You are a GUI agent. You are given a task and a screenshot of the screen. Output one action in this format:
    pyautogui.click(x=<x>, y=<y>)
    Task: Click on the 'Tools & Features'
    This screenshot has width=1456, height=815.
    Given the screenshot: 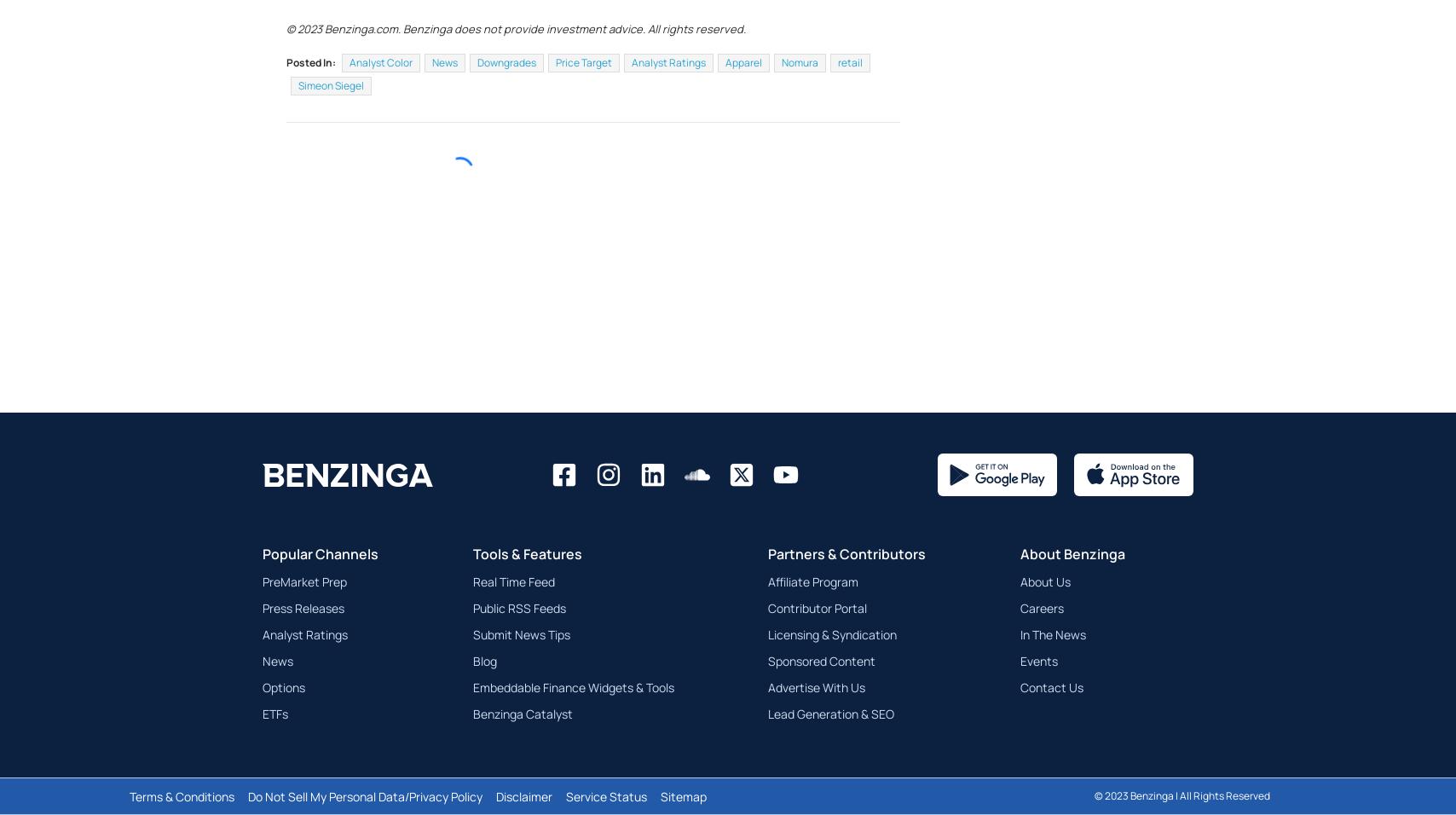 What is the action you would take?
    pyautogui.click(x=472, y=594)
    